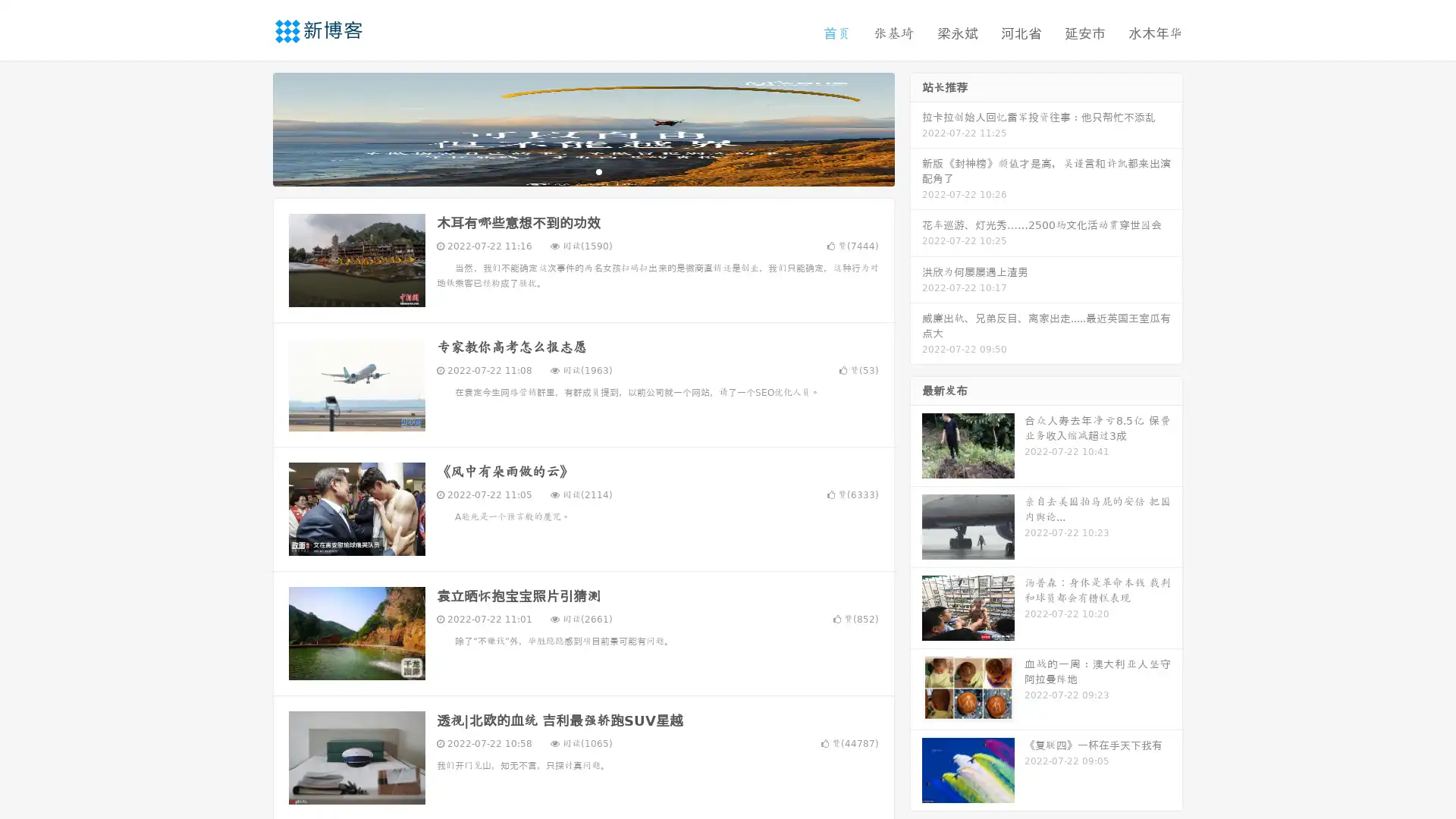 This screenshot has height=819, width=1456. I want to click on Previous slide, so click(250, 127).